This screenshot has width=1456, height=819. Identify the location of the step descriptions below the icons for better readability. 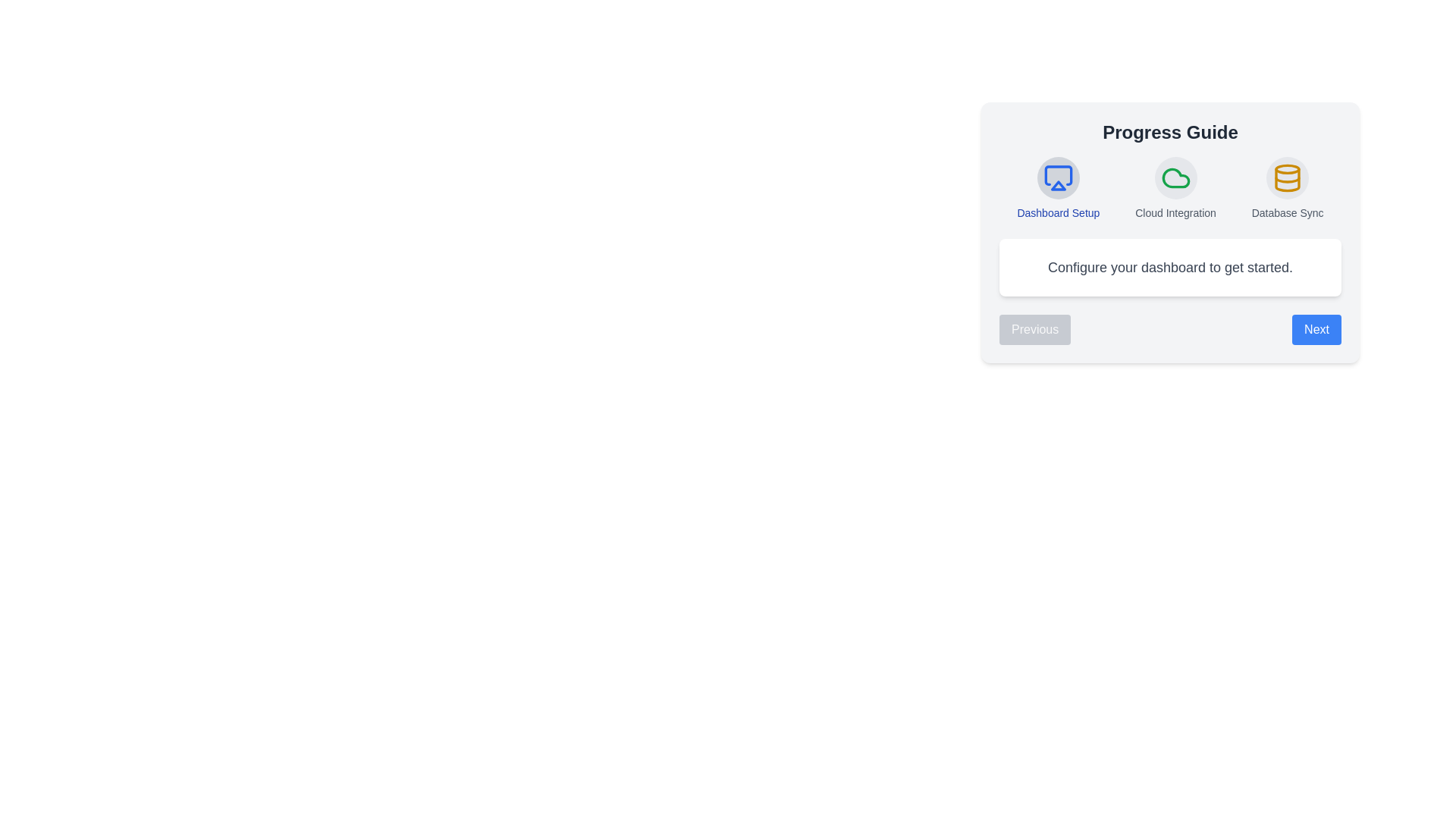
(1057, 213).